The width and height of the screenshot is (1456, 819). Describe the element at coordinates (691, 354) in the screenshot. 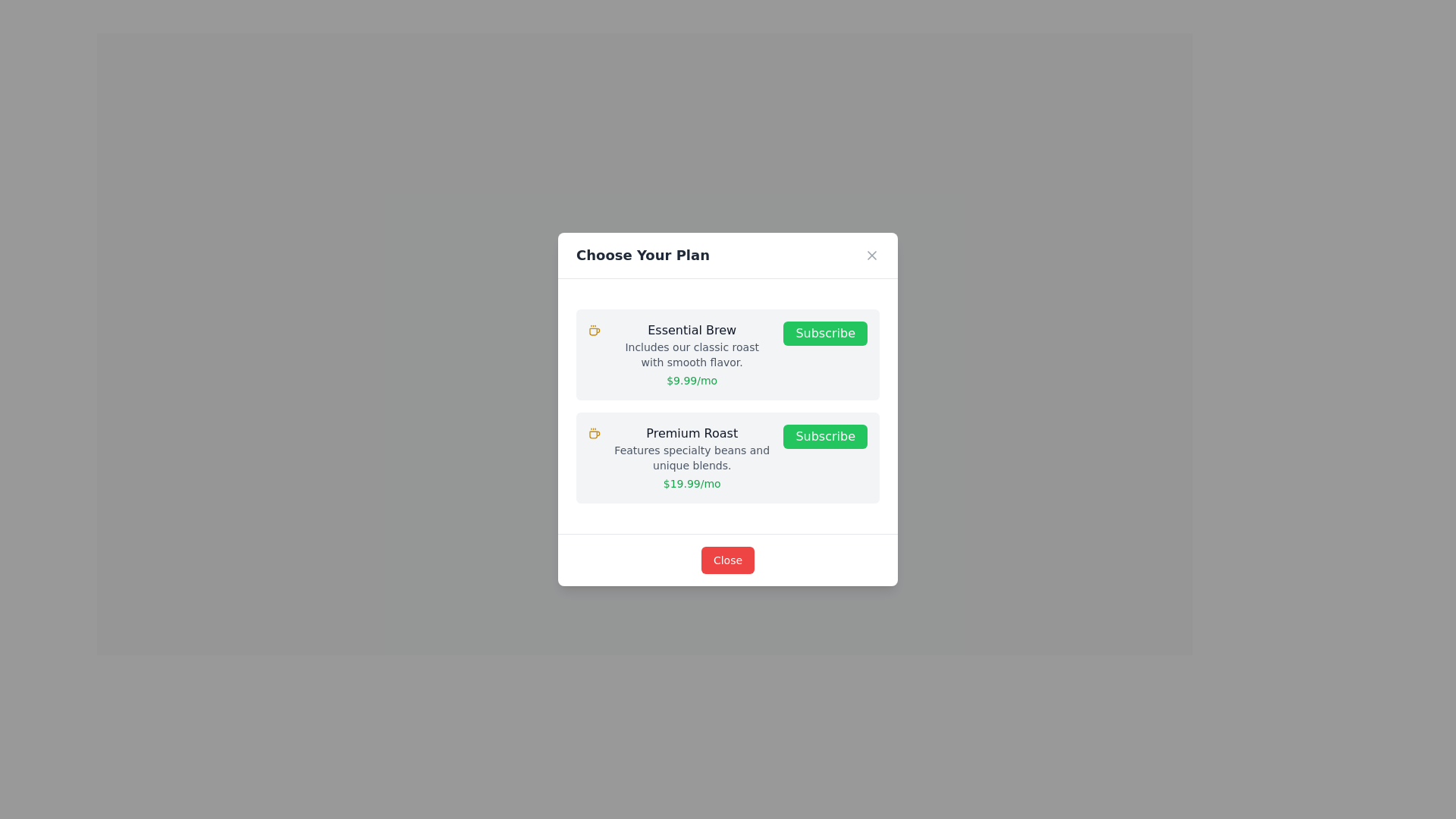

I see `information displayed in the text block featuring the heading 'Essential Brew', subheading 'Includes our classic roast with smooth flavor.', and pricing detail '$9.99/mo'` at that location.